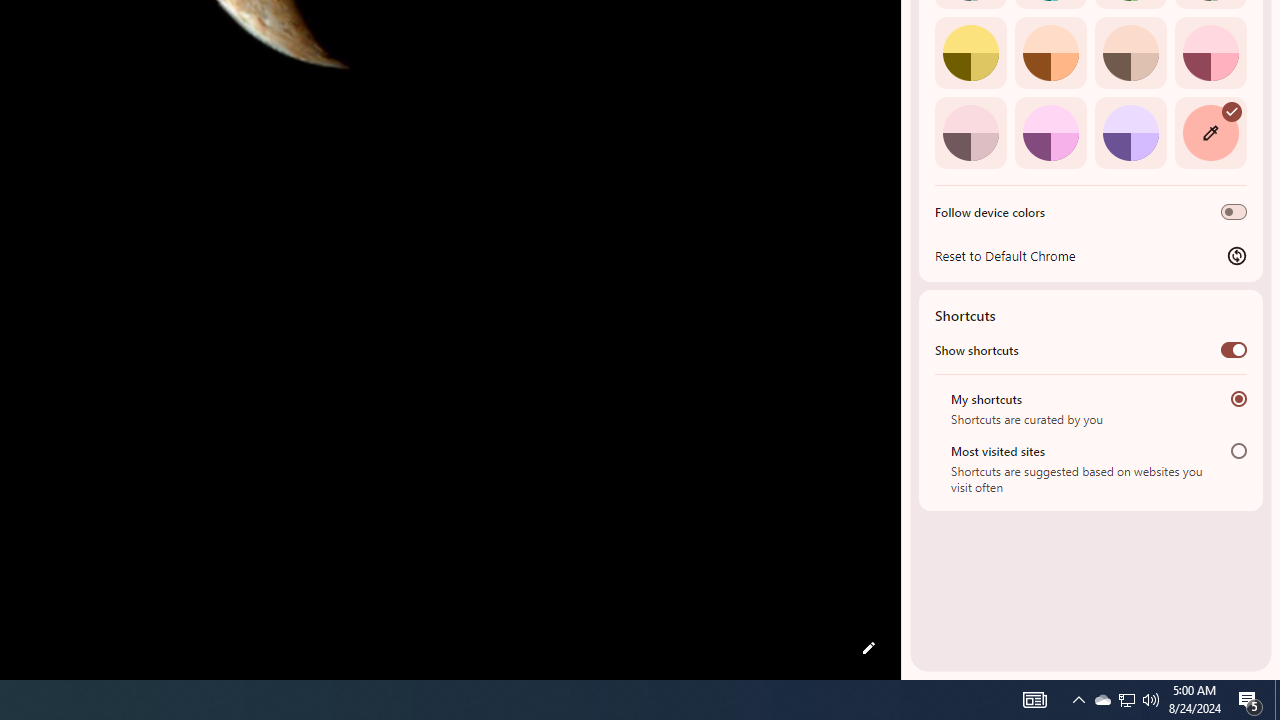 The width and height of the screenshot is (1280, 720). I want to click on 'Most visited sites', so click(1238, 450).